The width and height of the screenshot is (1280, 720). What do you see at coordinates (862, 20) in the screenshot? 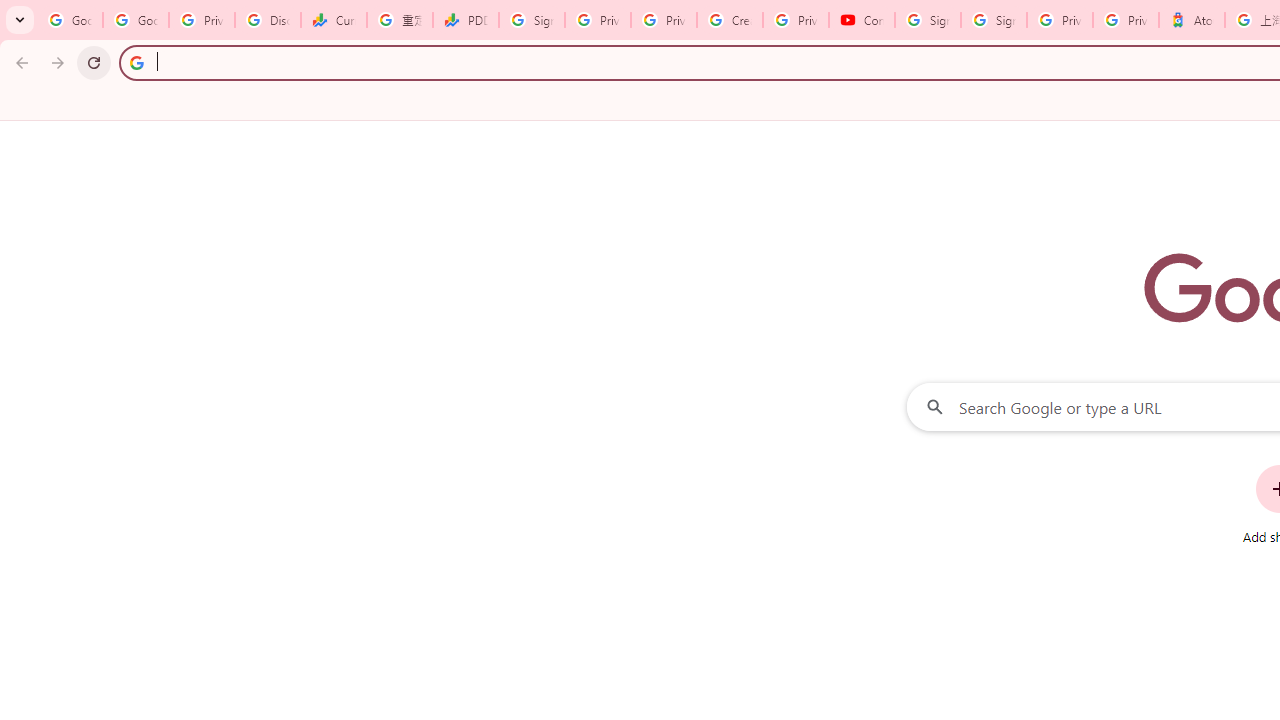
I see `'Content Creator Programs & Opportunities - YouTube Creators'` at bounding box center [862, 20].